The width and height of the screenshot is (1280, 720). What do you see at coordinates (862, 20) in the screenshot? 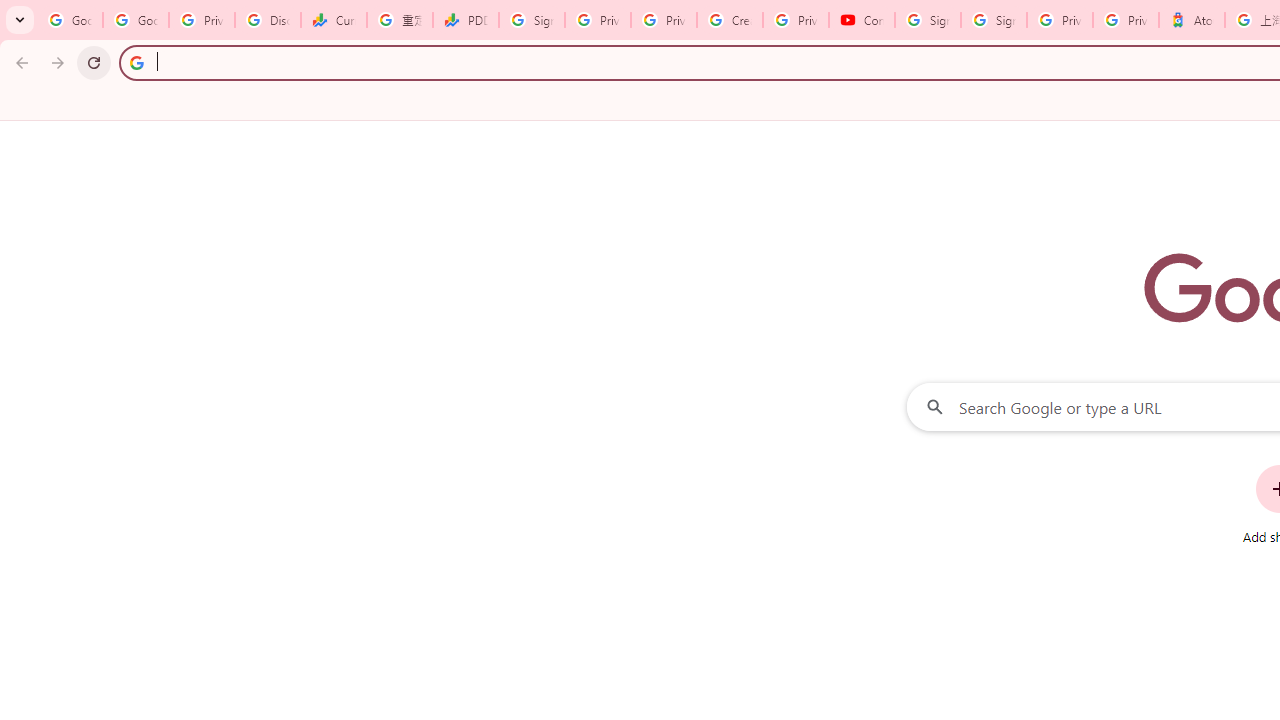
I see `'Content Creator Programs & Opportunities - YouTube Creators'` at bounding box center [862, 20].